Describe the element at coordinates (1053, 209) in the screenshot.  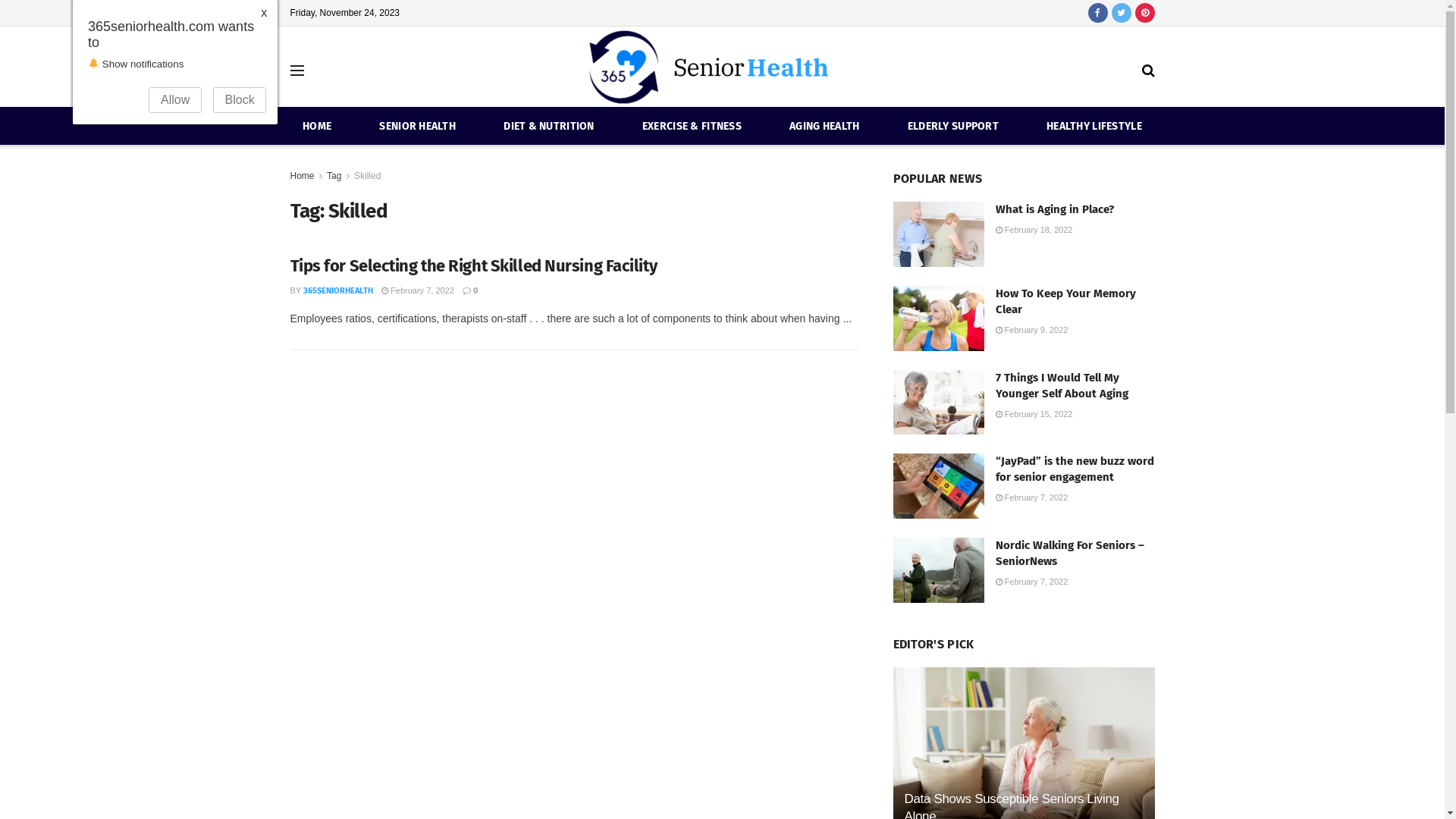
I see `'What is Aging in Place?'` at that location.